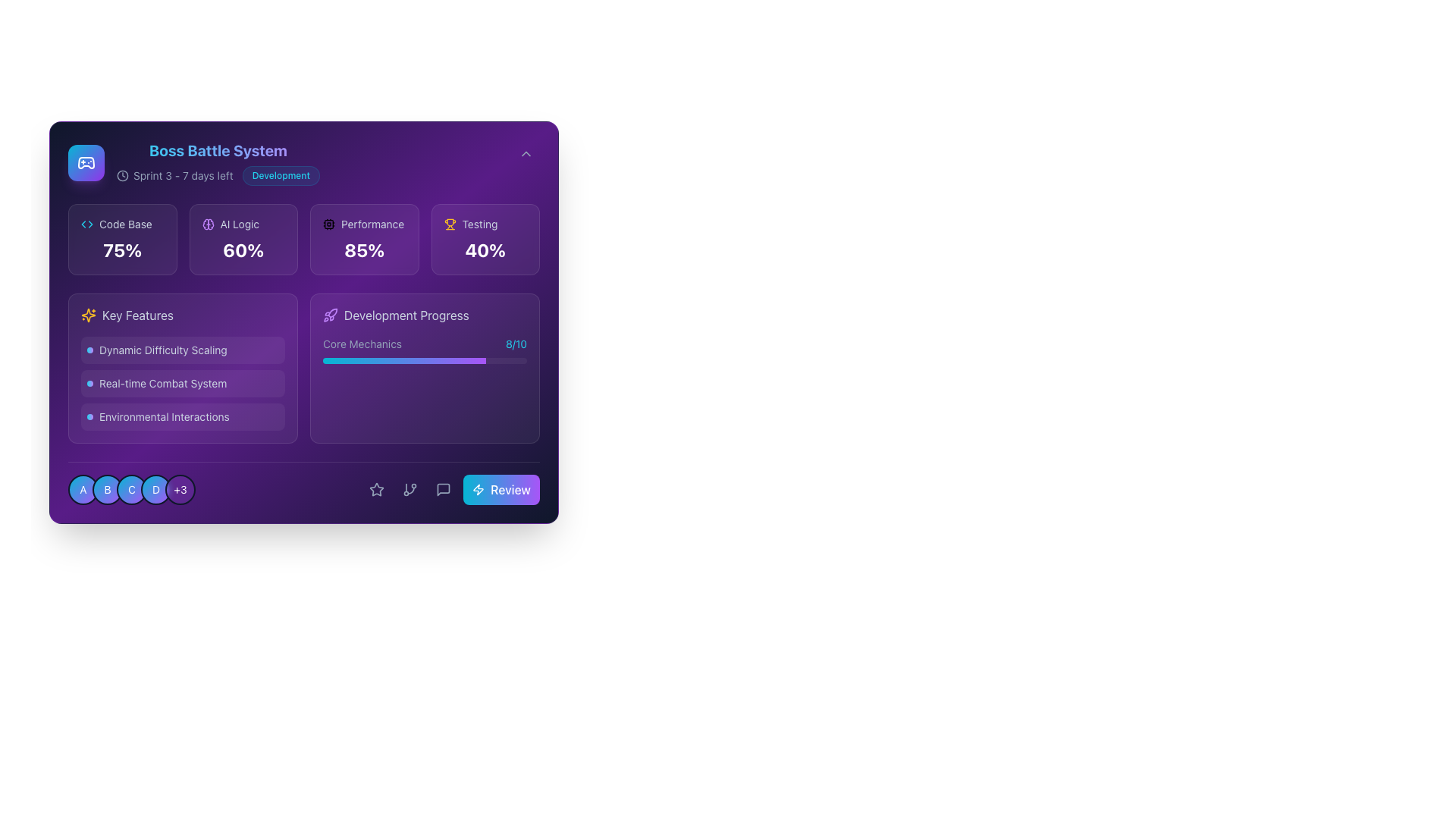 The height and width of the screenshot is (819, 1456). What do you see at coordinates (164, 417) in the screenshot?
I see `the text content of the label displaying 'Environmental Interactions', which is located in the bottom section of the 'Key Features' group` at bounding box center [164, 417].